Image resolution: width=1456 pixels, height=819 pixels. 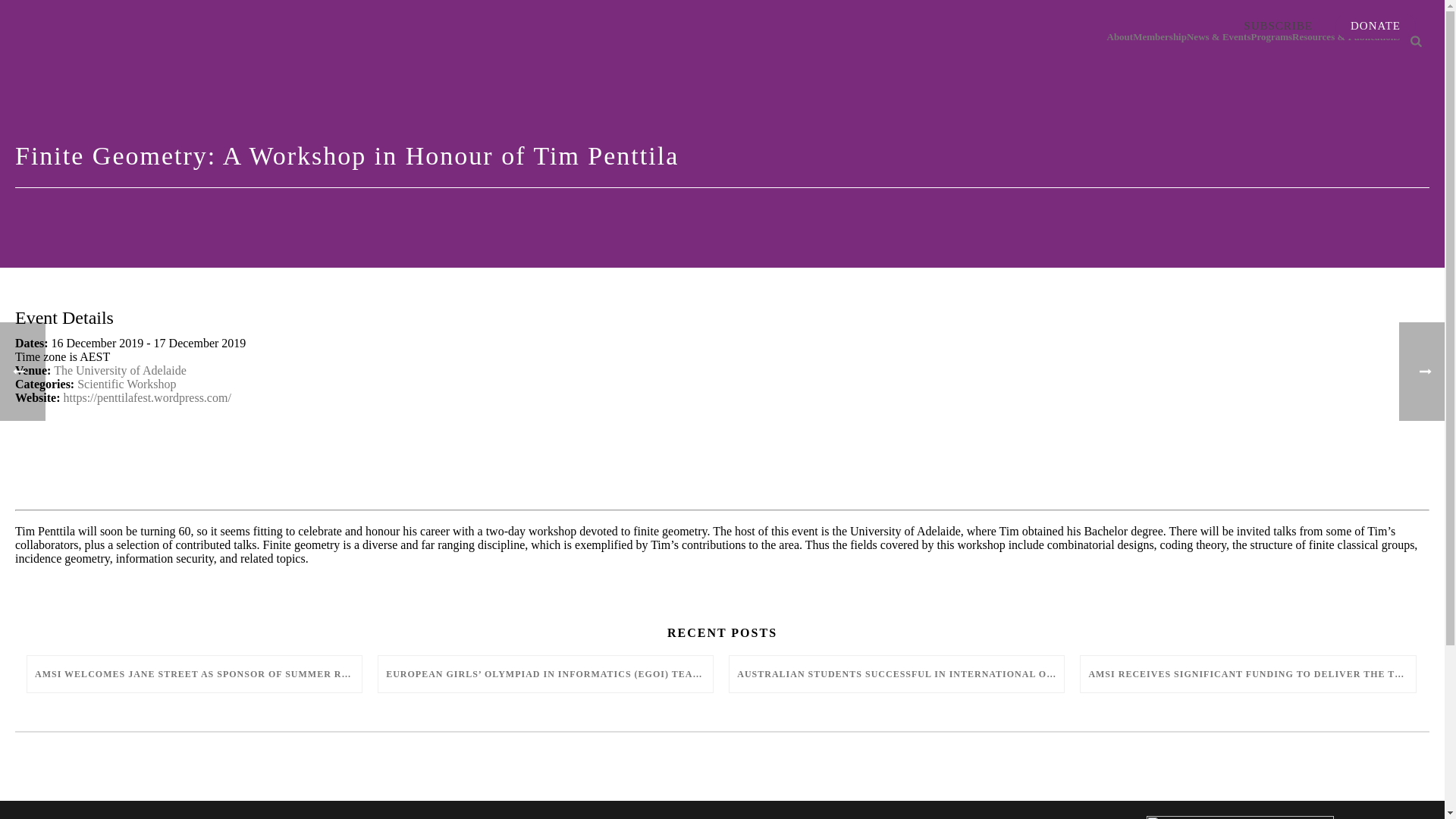 What do you see at coordinates (54, 370) in the screenshot?
I see `'The University of Adelaide'` at bounding box center [54, 370].